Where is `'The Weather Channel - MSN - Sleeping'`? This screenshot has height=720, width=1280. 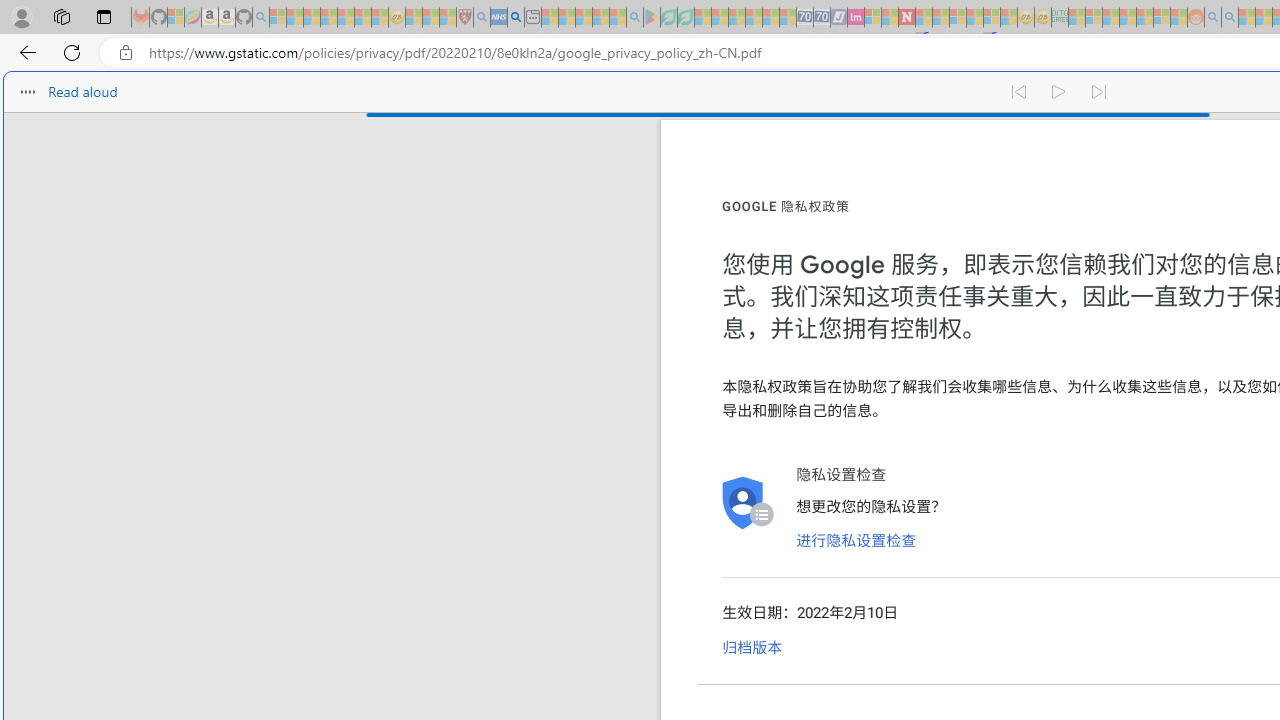 'The Weather Channel - MSN - Sleeping' is located at coordinates (310, 17).